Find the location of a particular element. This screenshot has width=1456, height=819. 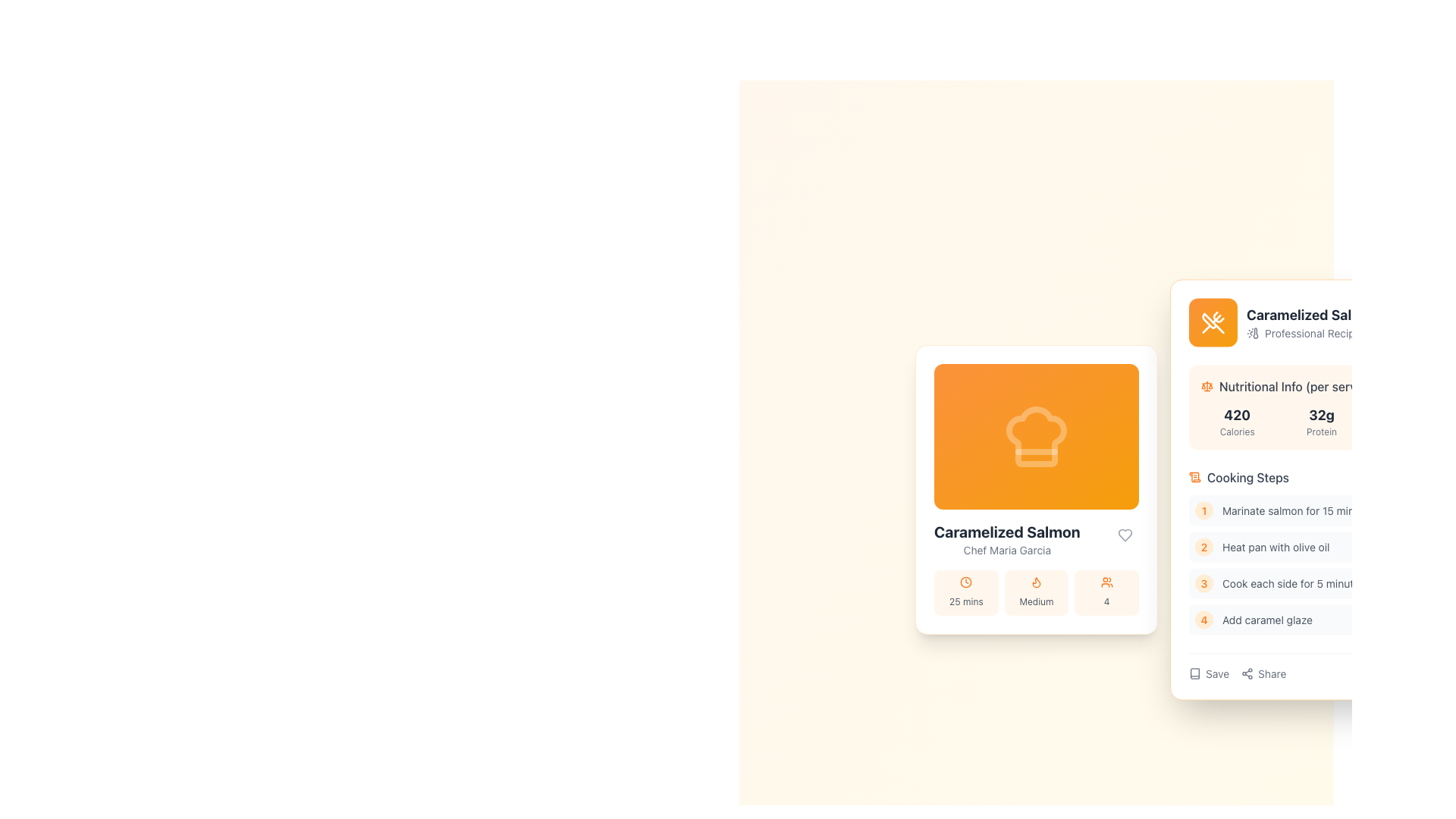

the step number icon indicating the first step in the cooking guide, which is aligned with the text 'Marinate salmon for 15 minutes' is located at coordinates (1203, 510).